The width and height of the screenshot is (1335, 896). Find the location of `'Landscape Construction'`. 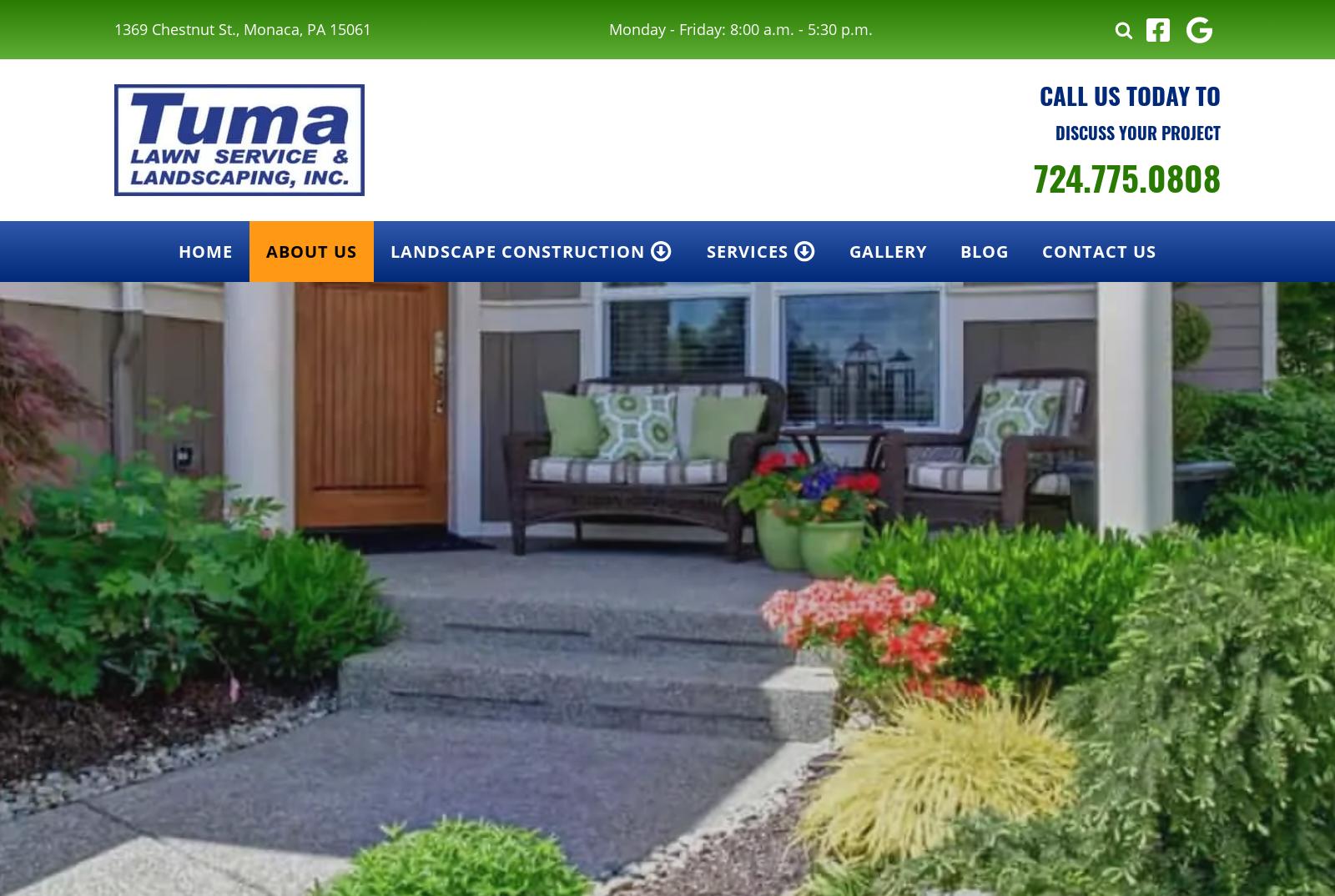

'Landscape Construction' is located at coordinates (517, 251).